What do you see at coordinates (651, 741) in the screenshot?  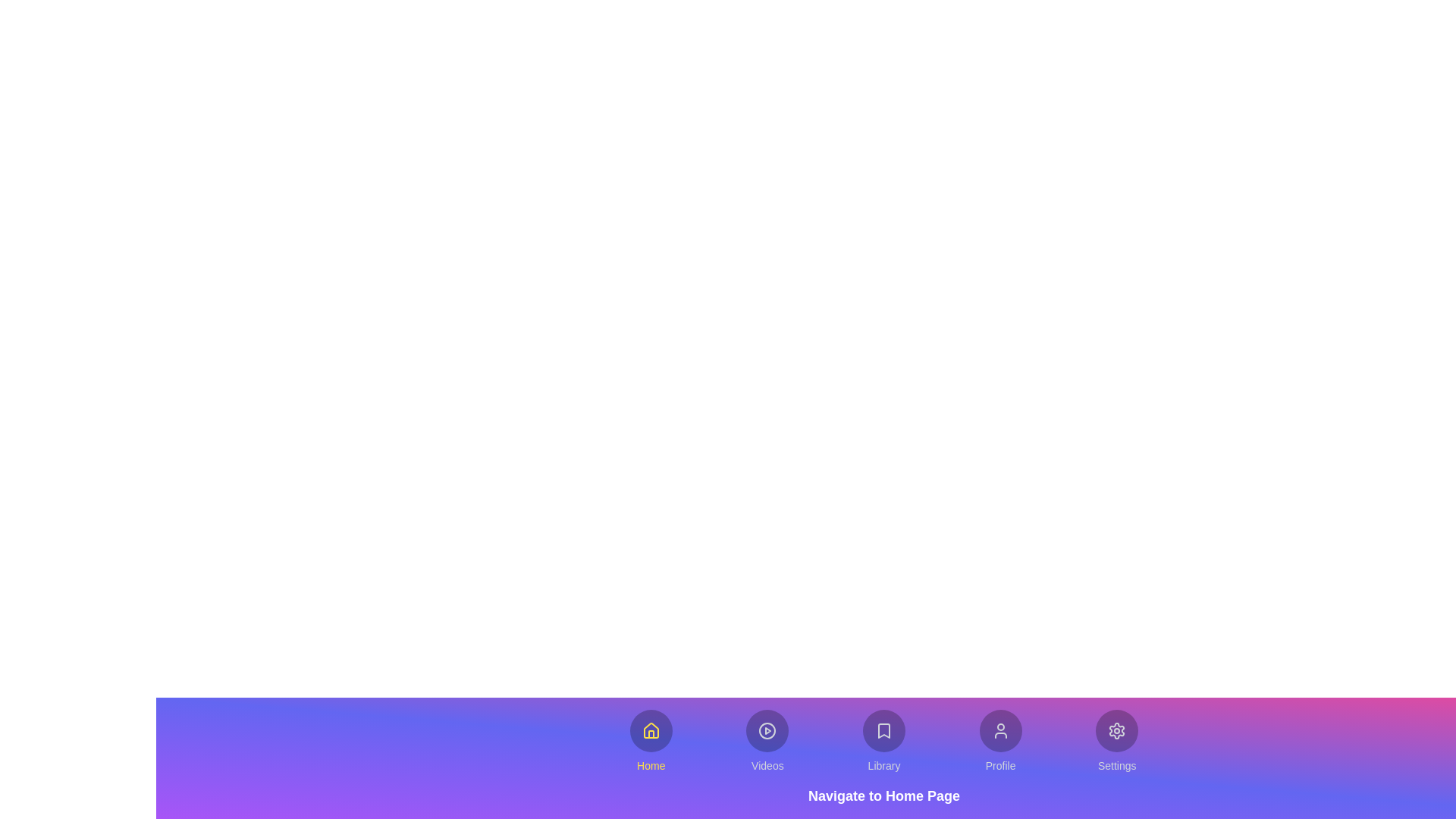 I see `the tab labeled Home in the navigation bar` at bounding box center [651, 741].